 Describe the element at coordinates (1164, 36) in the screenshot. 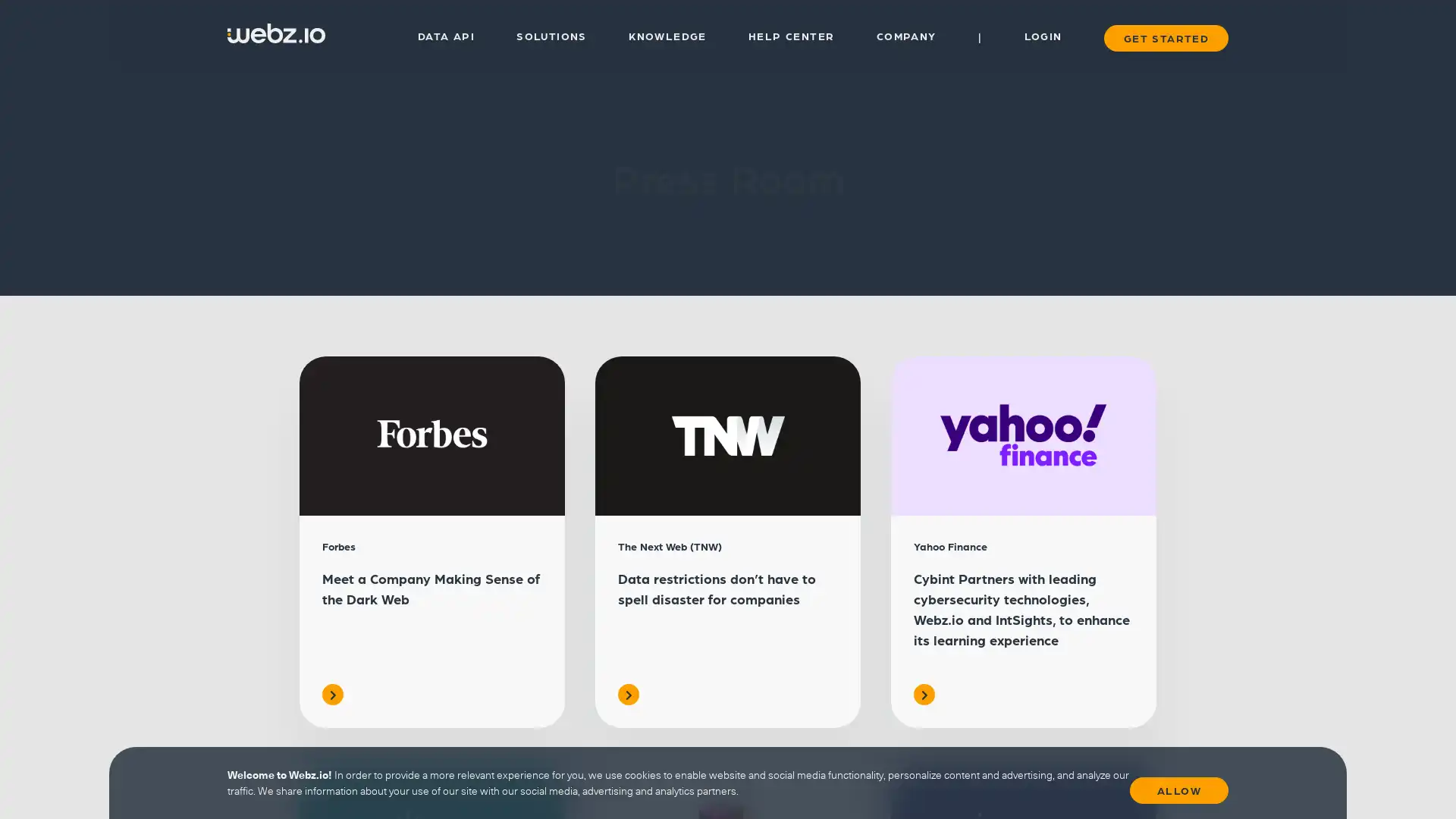

I see `GET STARTED` at that location.